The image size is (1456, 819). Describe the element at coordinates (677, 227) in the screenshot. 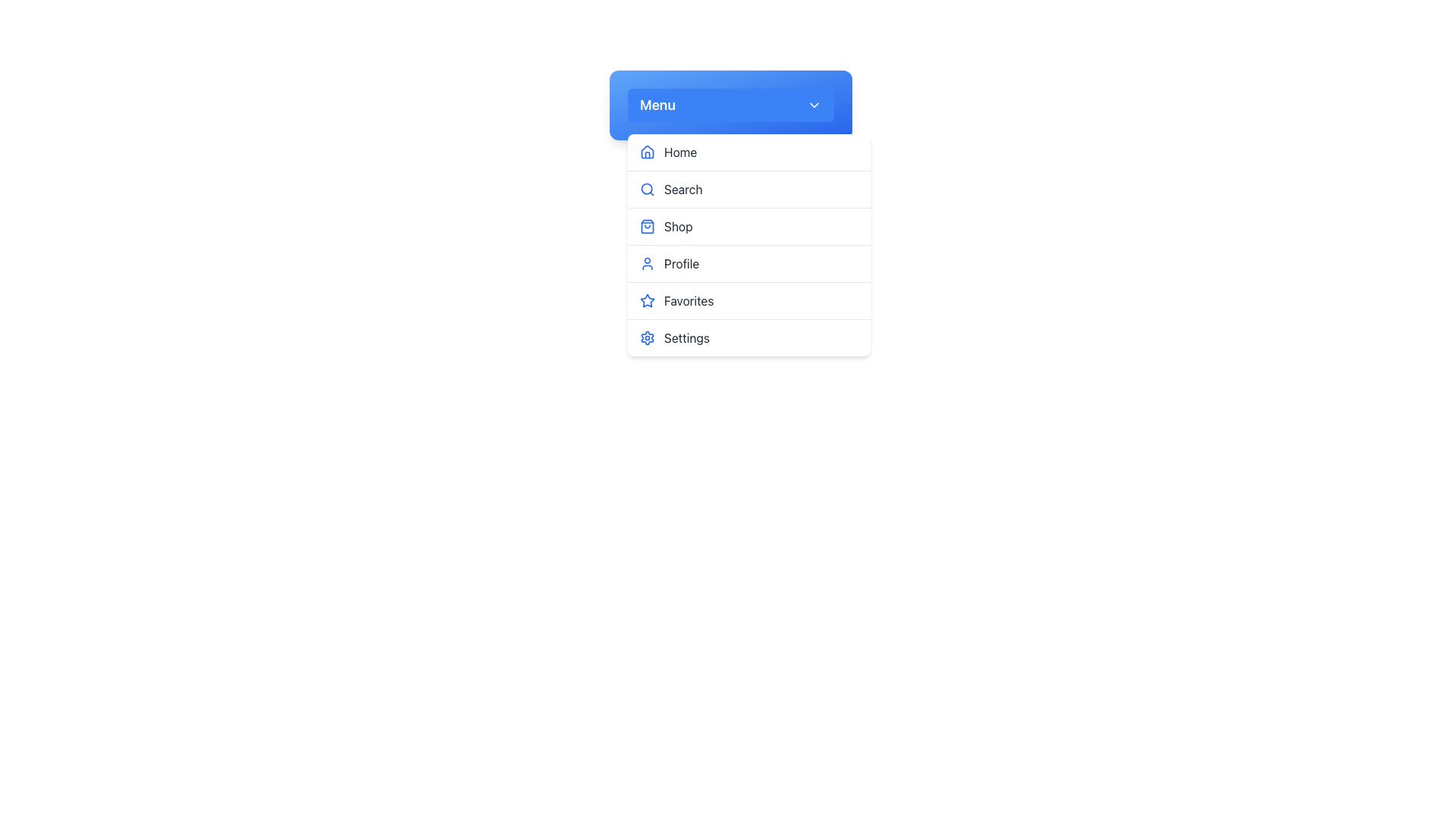

I see `the 'Shop' label text, which is displayed in gray typography within a vertical menu` at that location.